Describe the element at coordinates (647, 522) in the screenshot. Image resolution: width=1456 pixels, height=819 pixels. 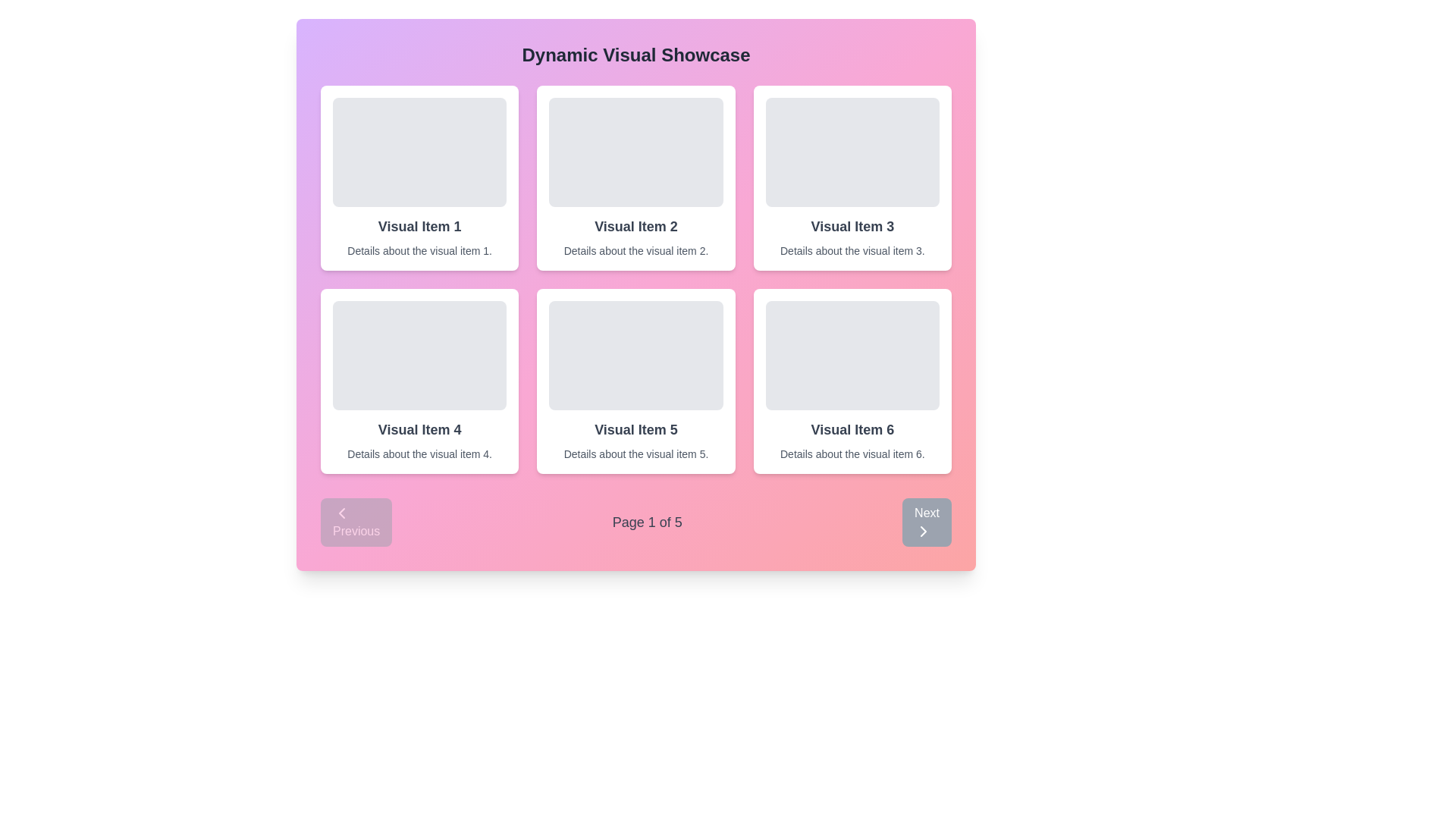
I see `the Static Text Label displaying 'Page 1 of 5', which is centrally positioned at the bottom of the main content area` at that location.